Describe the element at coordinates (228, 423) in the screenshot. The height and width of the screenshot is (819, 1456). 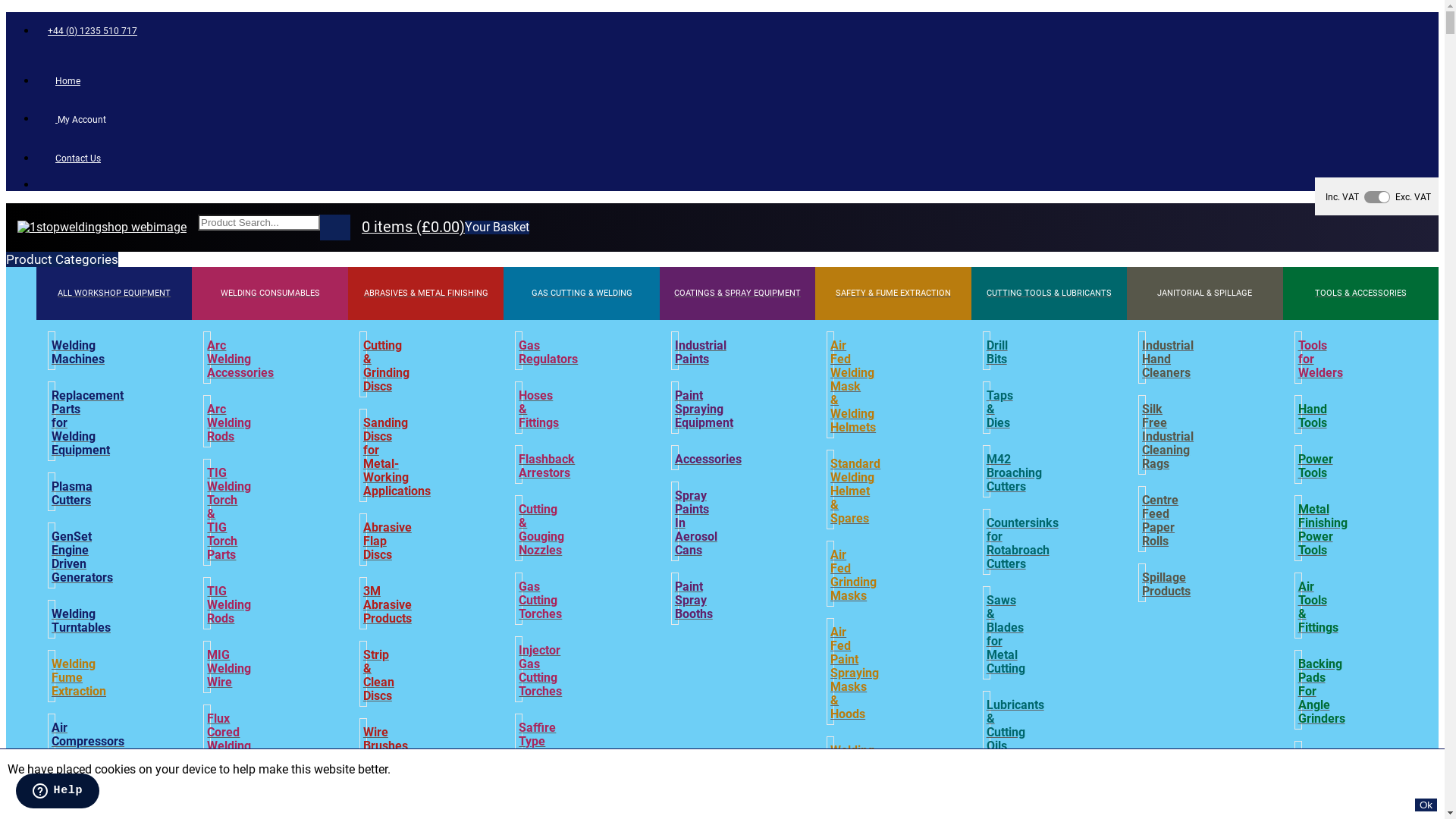
I see `'Arc Welding Rods'` at that location.